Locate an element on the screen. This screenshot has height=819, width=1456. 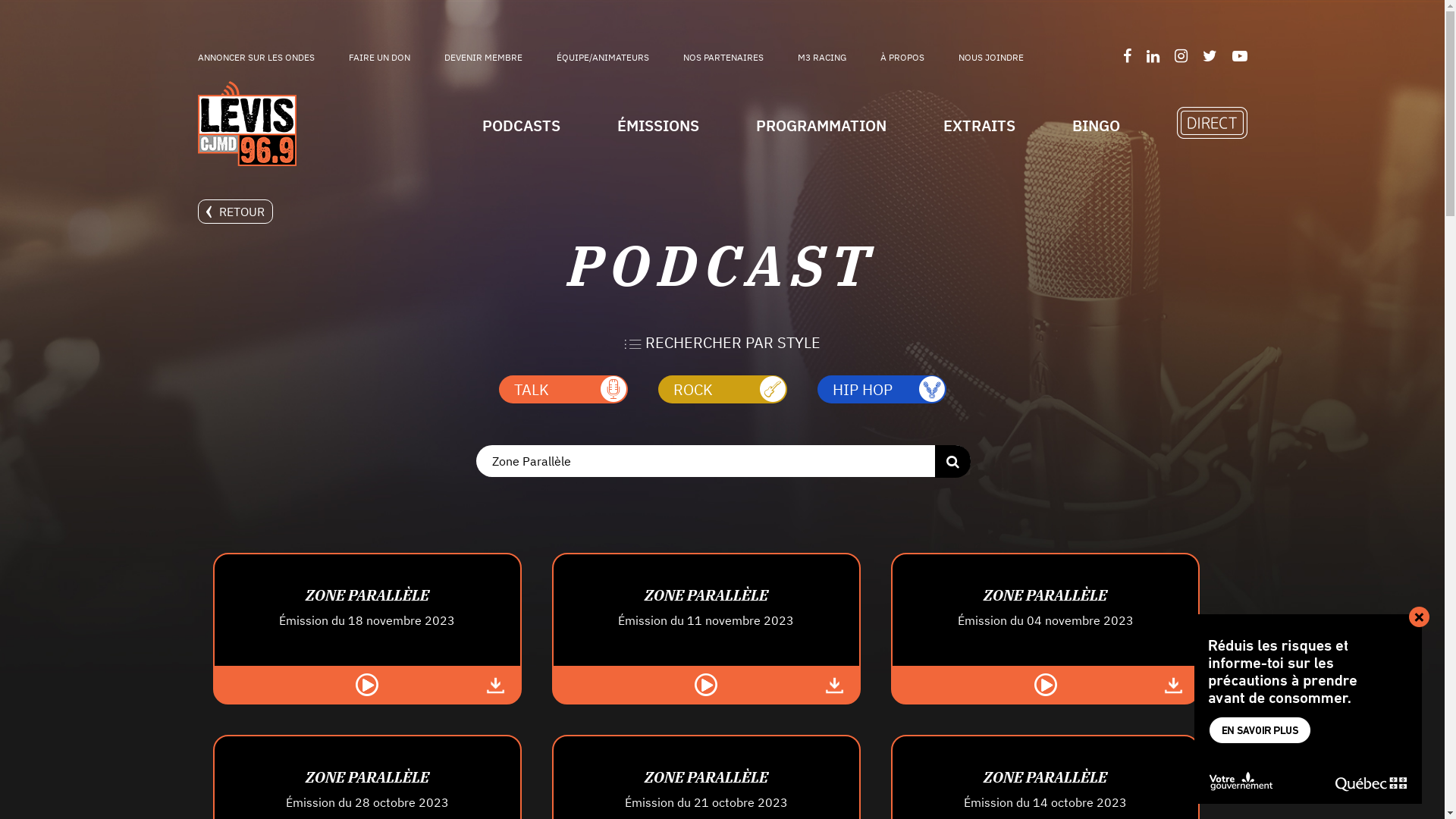
'FAIRE UN DON' is located at coordinates (379, 56).